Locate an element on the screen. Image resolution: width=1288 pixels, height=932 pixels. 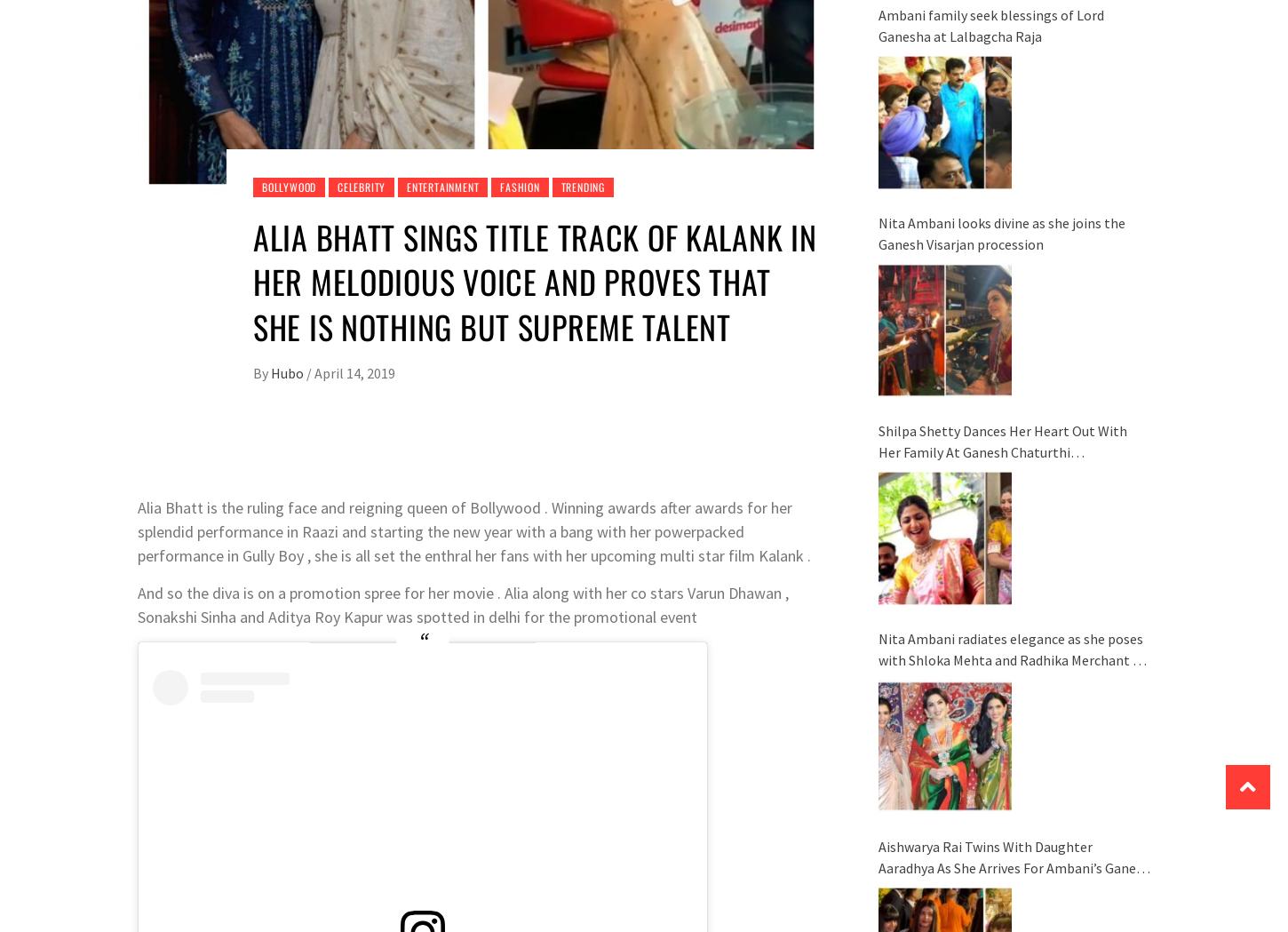
'And so the diva is on a promotion spree for  her movie . Alia along with her co stars Varun Dhawan , Sonakshi Sinha and Aditya Roy Kapur was spotted in delhi for the promotional event' is located at coordinates (463, 602).